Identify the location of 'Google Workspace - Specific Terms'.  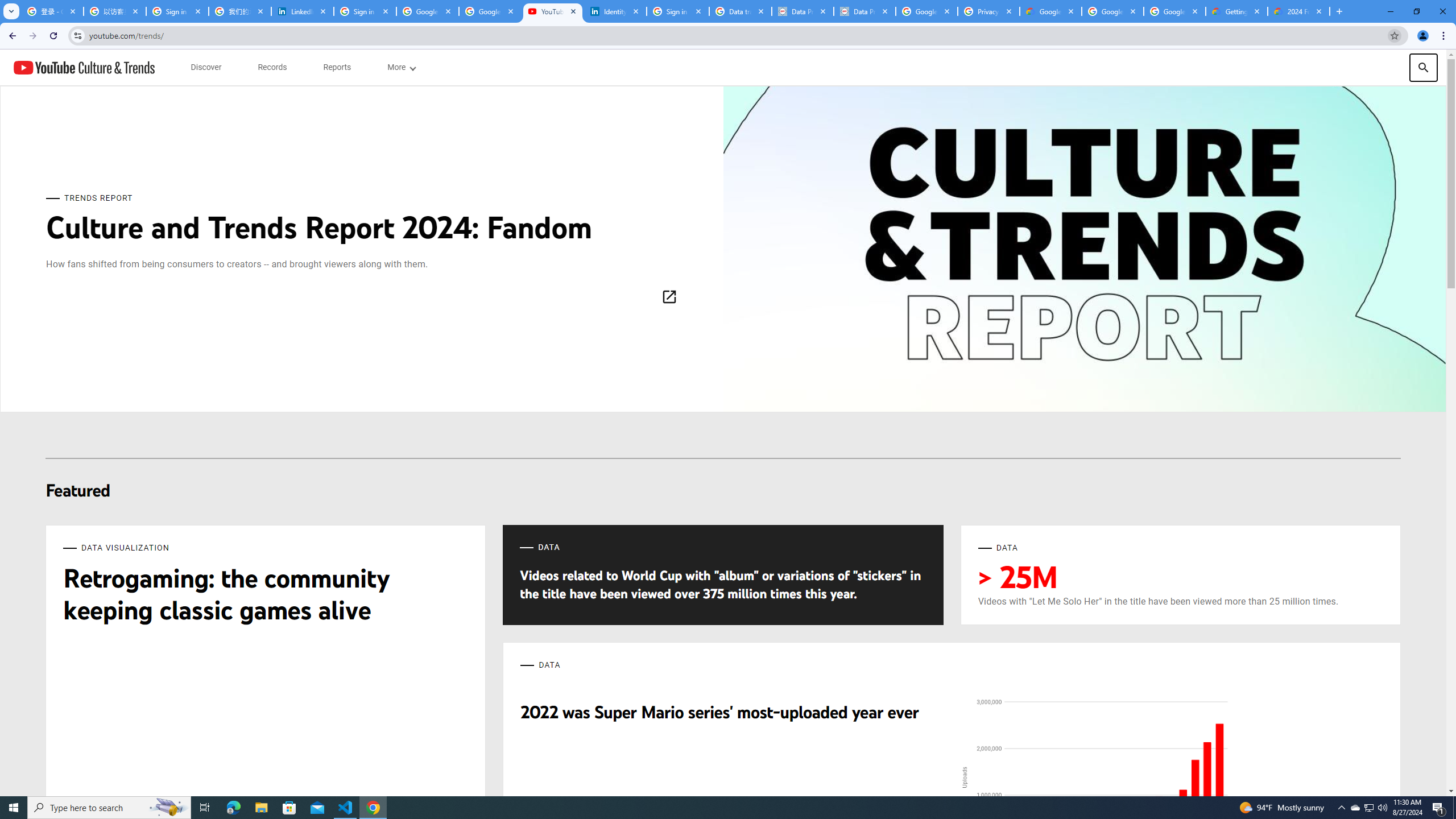
(1174, 11).